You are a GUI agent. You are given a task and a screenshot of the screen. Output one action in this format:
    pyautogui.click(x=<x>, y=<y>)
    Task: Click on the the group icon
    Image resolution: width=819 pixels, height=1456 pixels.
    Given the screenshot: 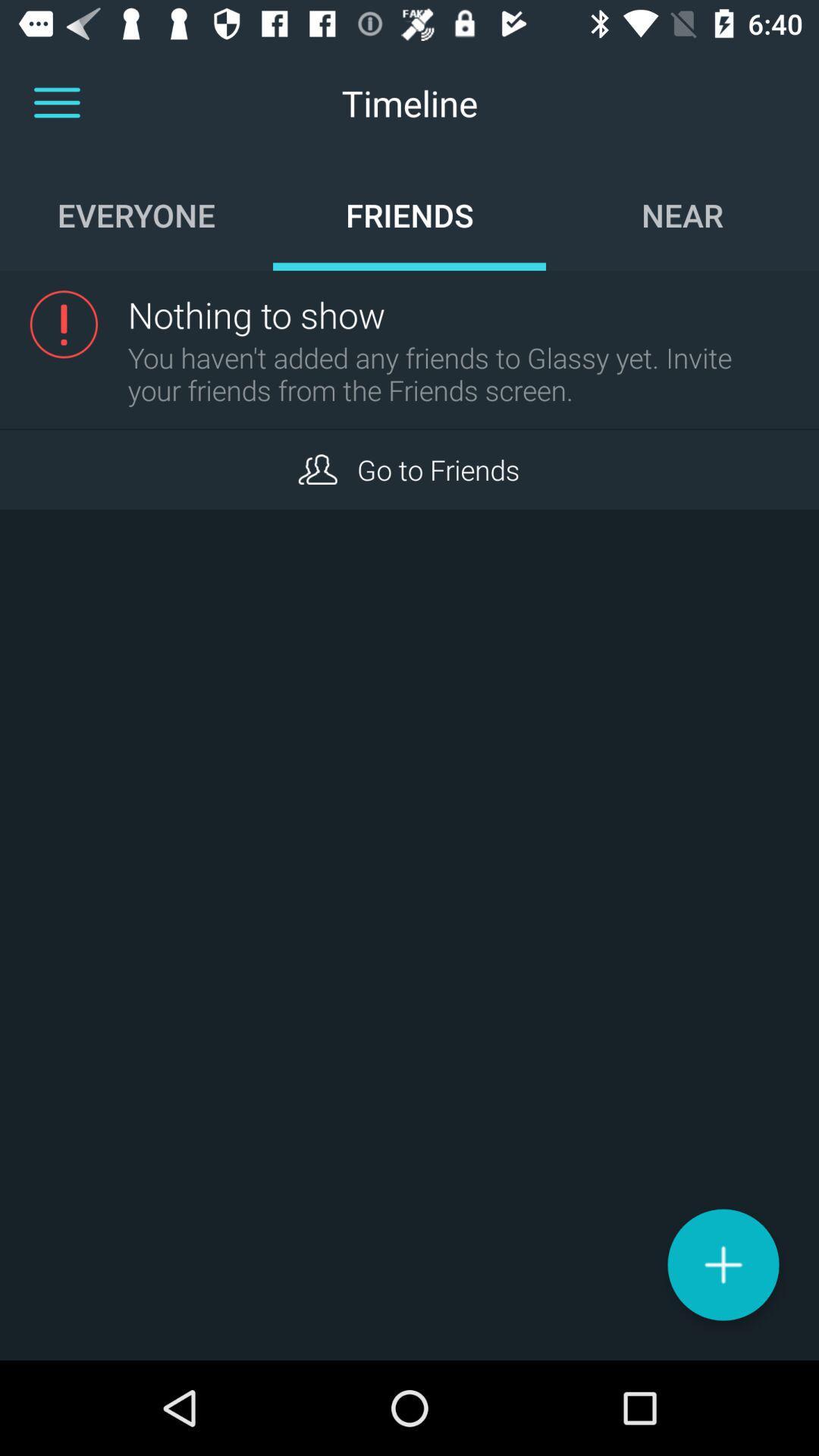 What is the action you would take?
    pyautogui.click(x=317, y=469)
    